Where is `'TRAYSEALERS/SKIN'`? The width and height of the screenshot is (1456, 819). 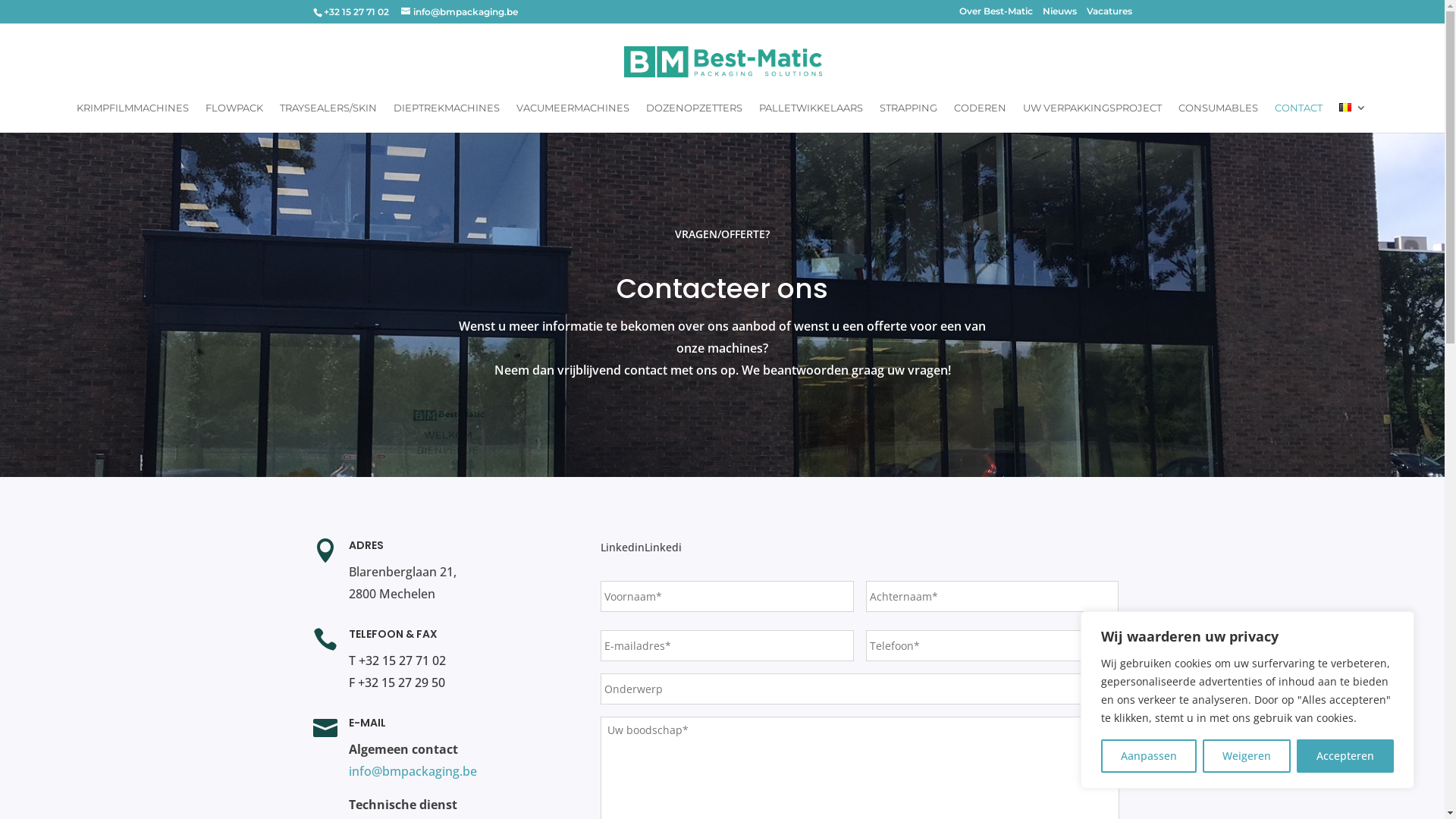 'TRAYSEALERS/SKIN' is located at coordinates (280, 116).